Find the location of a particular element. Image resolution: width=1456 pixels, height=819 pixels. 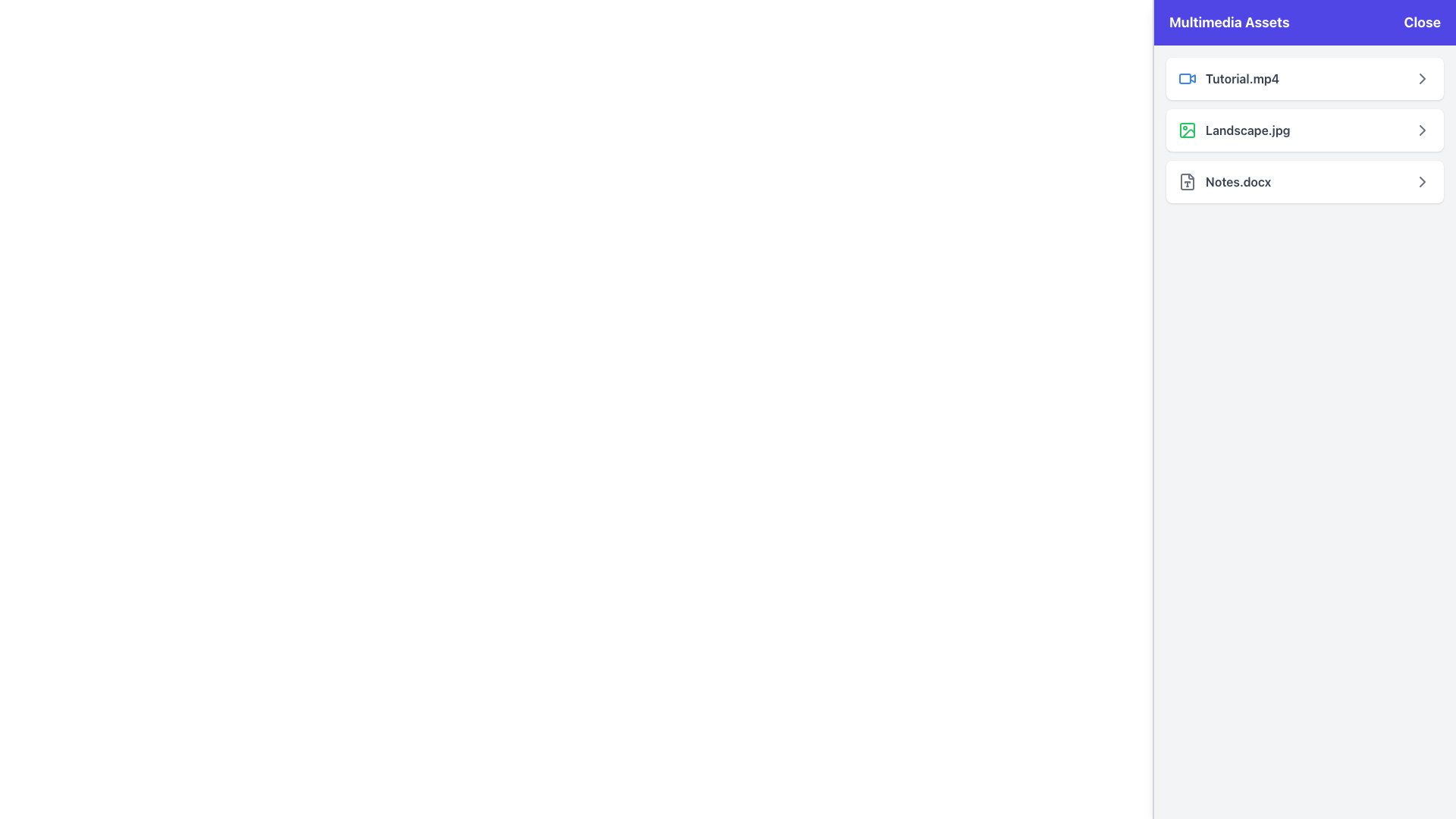

the selectable list item representing the file 'Landscape.jpg', which is the second item in the vertical list is located at coordinates (1304, 130).